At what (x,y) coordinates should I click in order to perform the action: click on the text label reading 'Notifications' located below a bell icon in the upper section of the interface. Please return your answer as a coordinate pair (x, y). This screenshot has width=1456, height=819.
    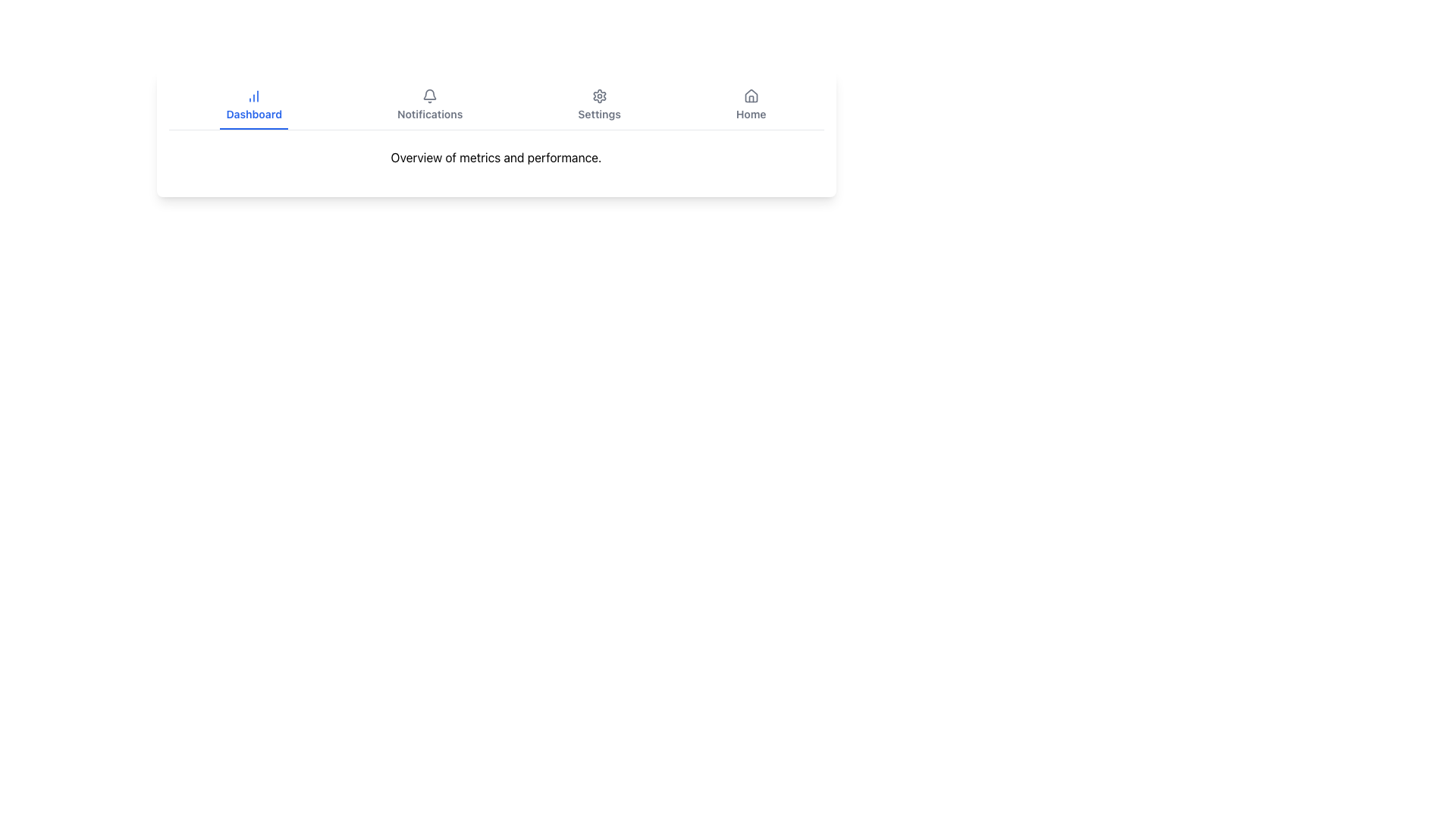
    Looking at the image, I should click on (429, 113).